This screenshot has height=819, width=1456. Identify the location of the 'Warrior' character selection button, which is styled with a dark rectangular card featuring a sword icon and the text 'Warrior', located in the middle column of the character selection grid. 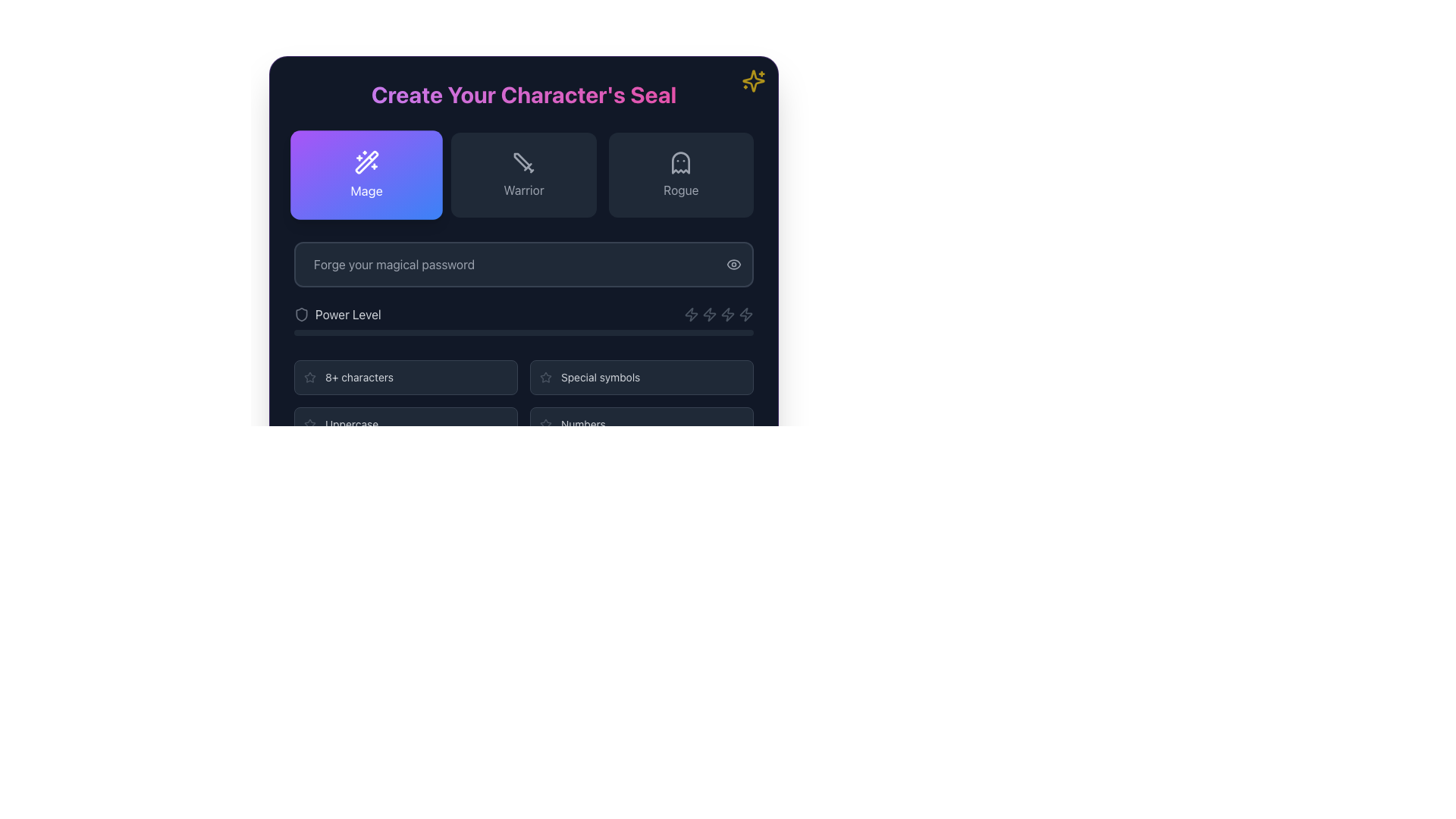
(524, 174).